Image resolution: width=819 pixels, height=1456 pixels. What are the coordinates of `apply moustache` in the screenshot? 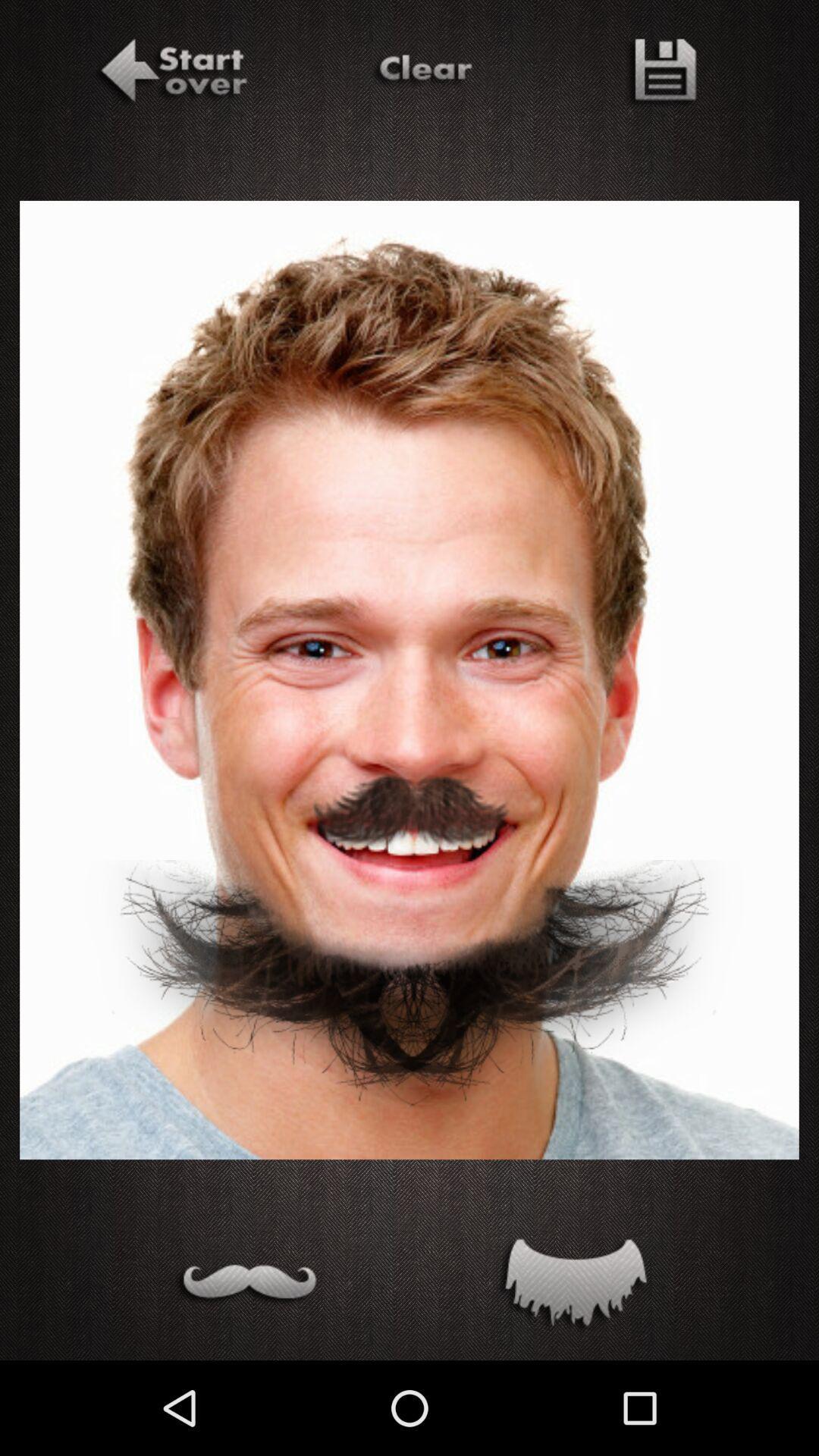 It's located at (245, 1285).